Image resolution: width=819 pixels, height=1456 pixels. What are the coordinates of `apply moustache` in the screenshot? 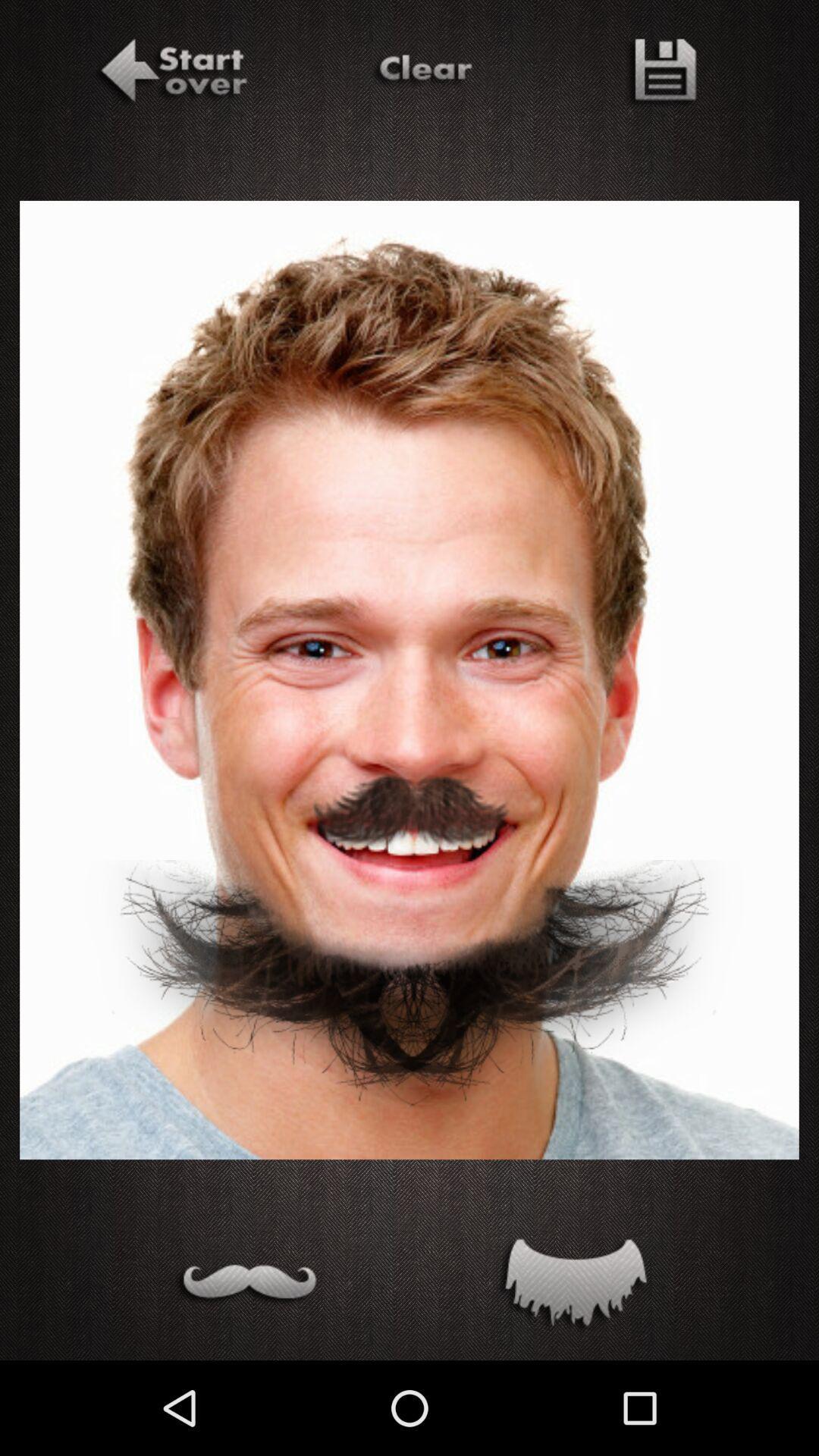 It's located at (245, 1285).